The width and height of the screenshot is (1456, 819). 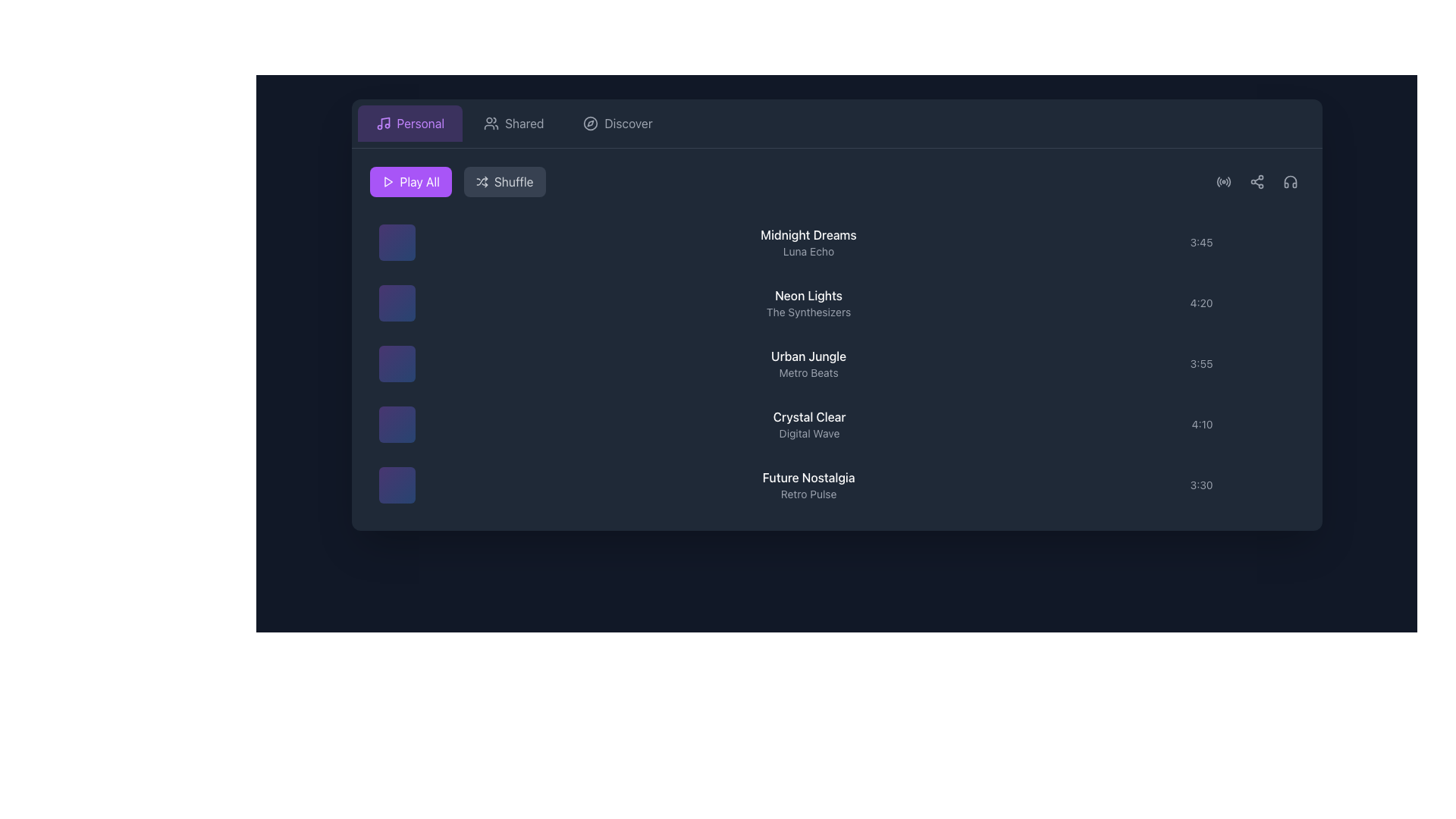 I want to click on the 'Shared' text label in the navigation bar, which is styled in gray and positioned between the user icon and the 'Discover' label, so click(x=524, y=122).